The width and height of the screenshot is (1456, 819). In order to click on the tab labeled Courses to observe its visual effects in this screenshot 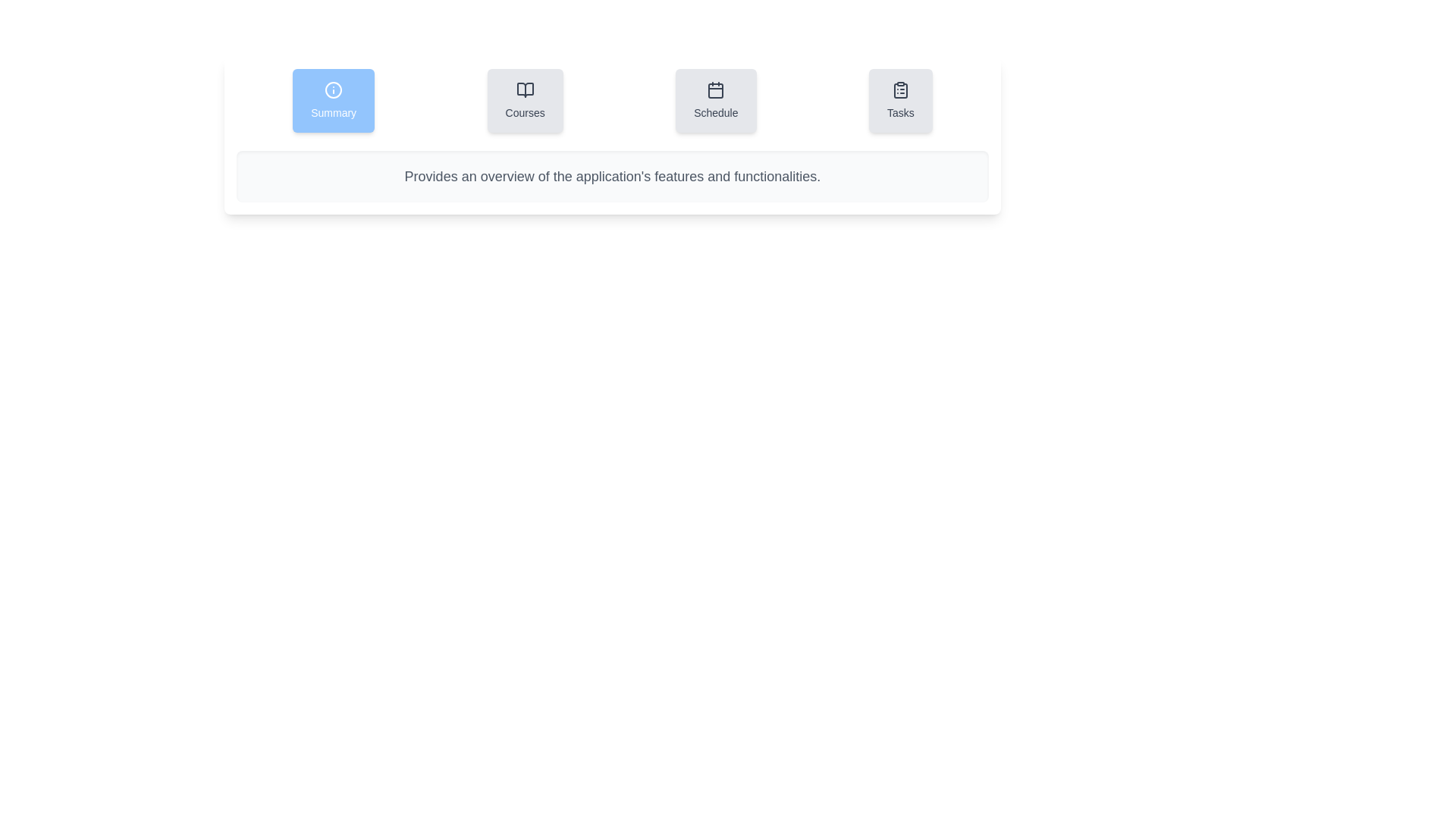, I will do `click(525, 100)`.